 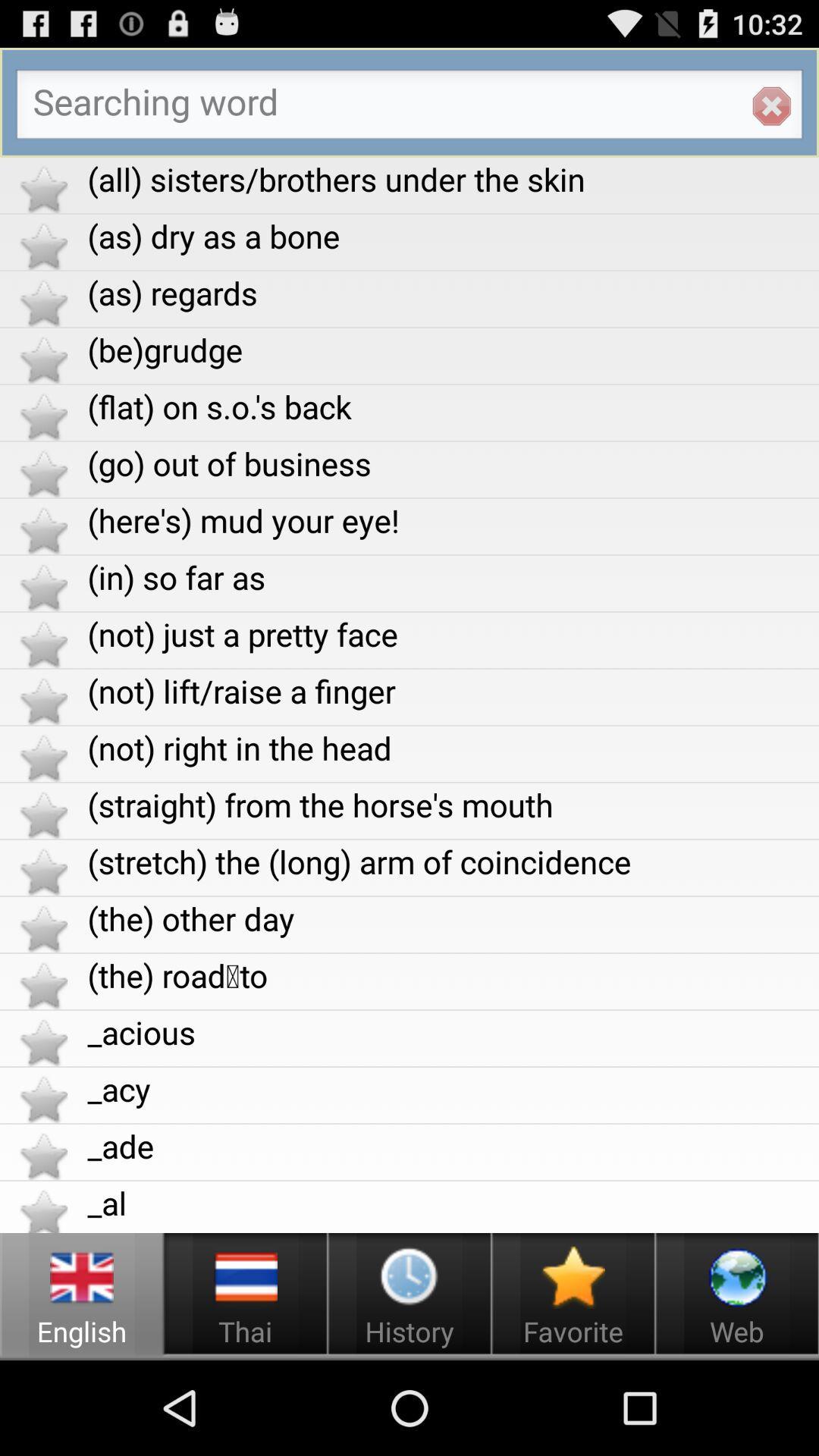 What do you see at coordinates (452, 463) in the screenshot?
I see `the go out of app` at bounding box center [452, 463].